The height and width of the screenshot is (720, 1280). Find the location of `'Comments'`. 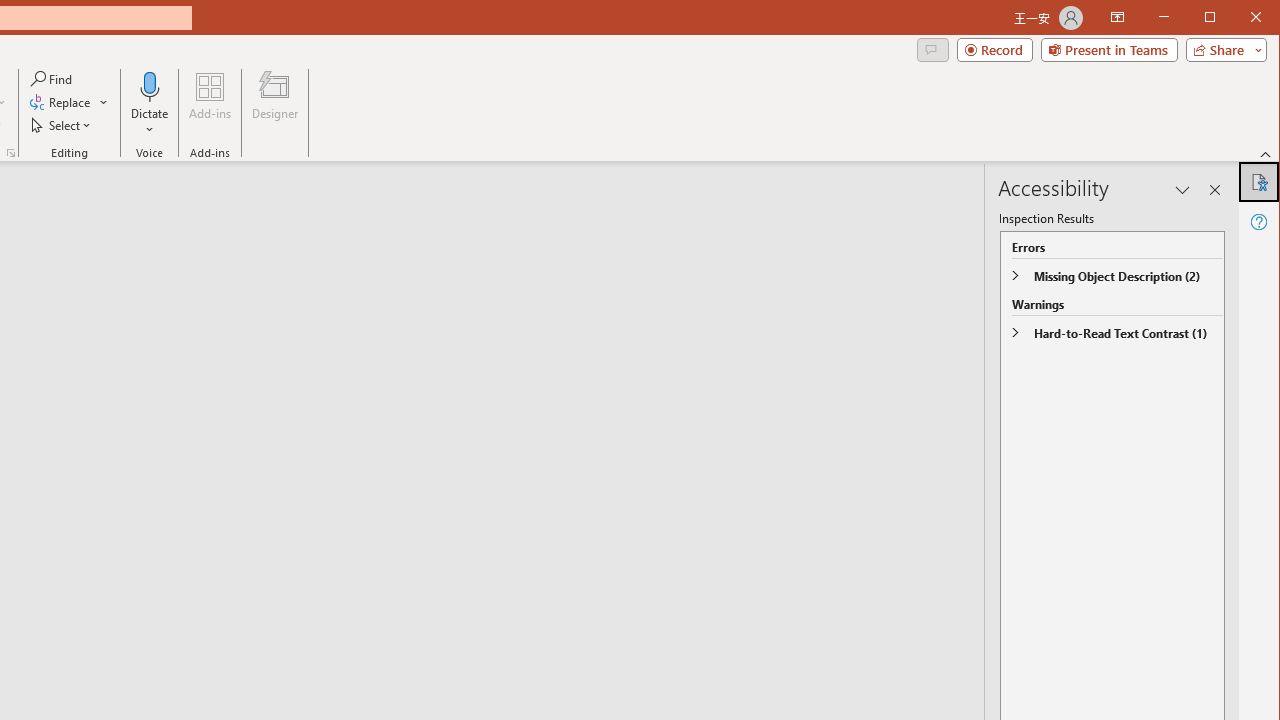

'Comments' is located at coordinates (931, 49).